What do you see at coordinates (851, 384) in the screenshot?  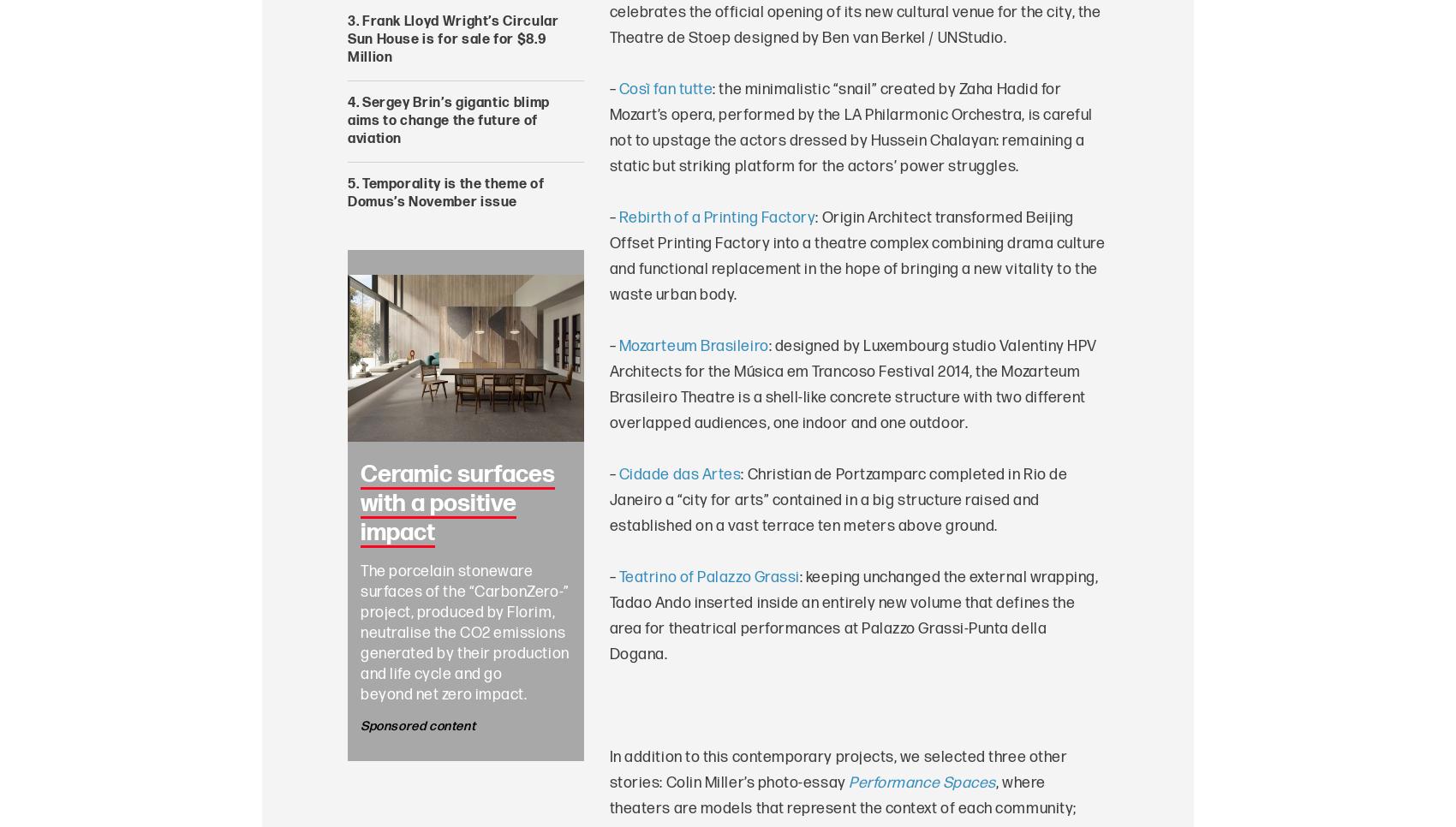 I see `': designed by Luxembourg studio Valentiny HPV Architects for the Música em Trancoso Festival 2014, the Mozarteum Brasileiro Theatre is a shell-like concrete structure with two different overlapped audiences, one indoor and one outdoor.'` at bounding box center [851, 384].